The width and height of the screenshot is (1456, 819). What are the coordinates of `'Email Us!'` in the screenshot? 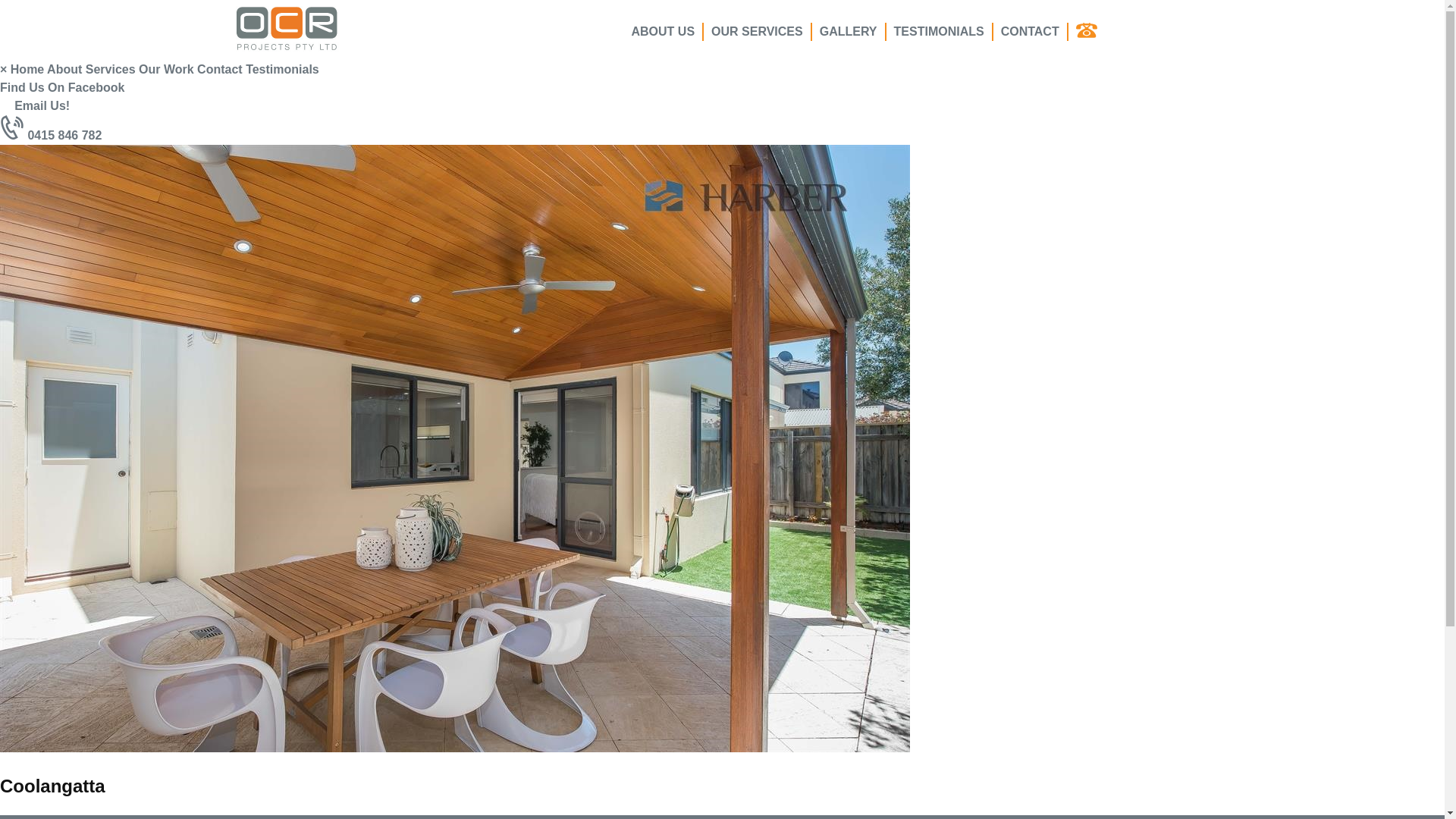 It's located at (35, 105).